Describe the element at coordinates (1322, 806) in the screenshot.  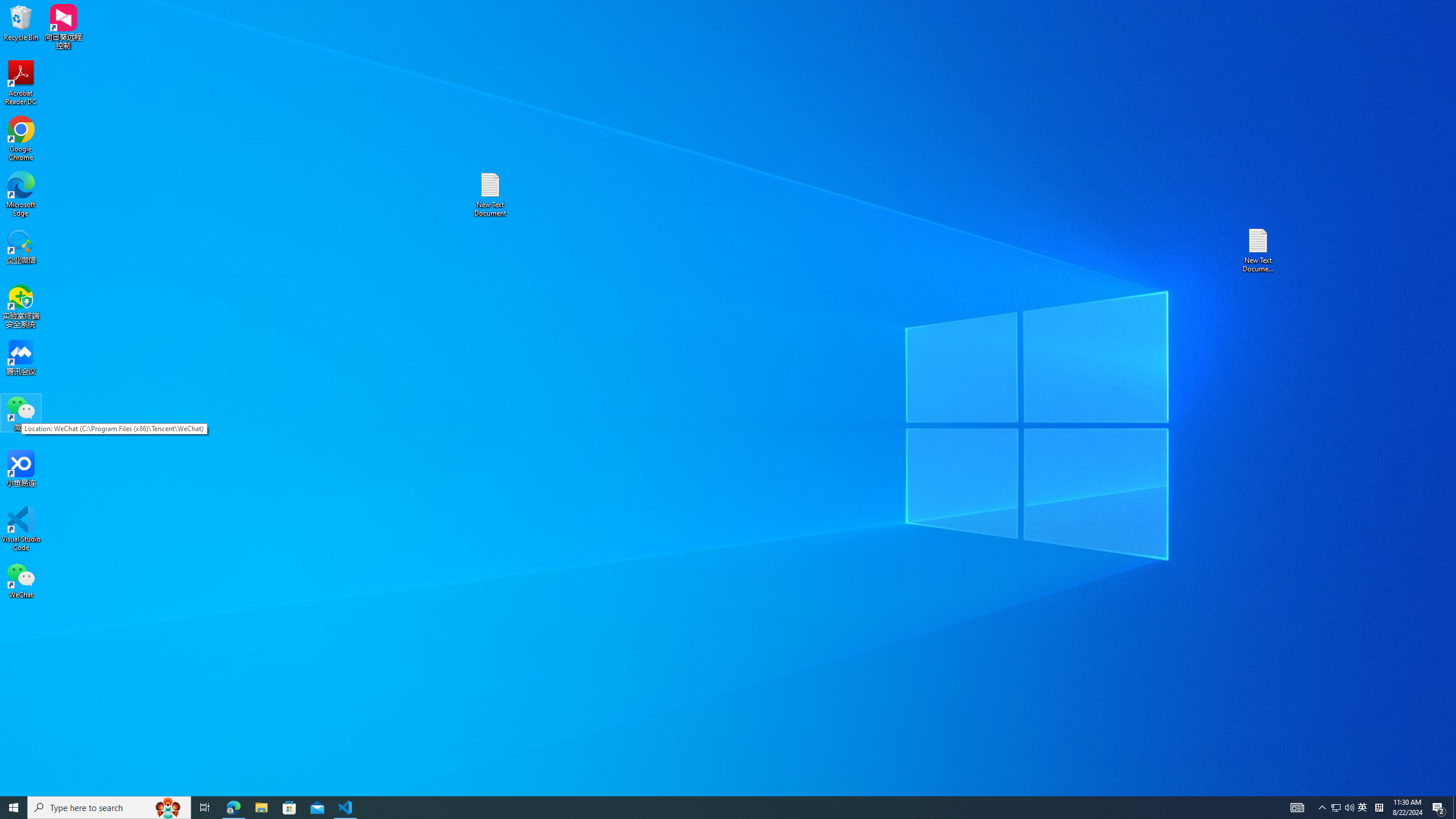
I see `'Notification Chevron'` at that location.